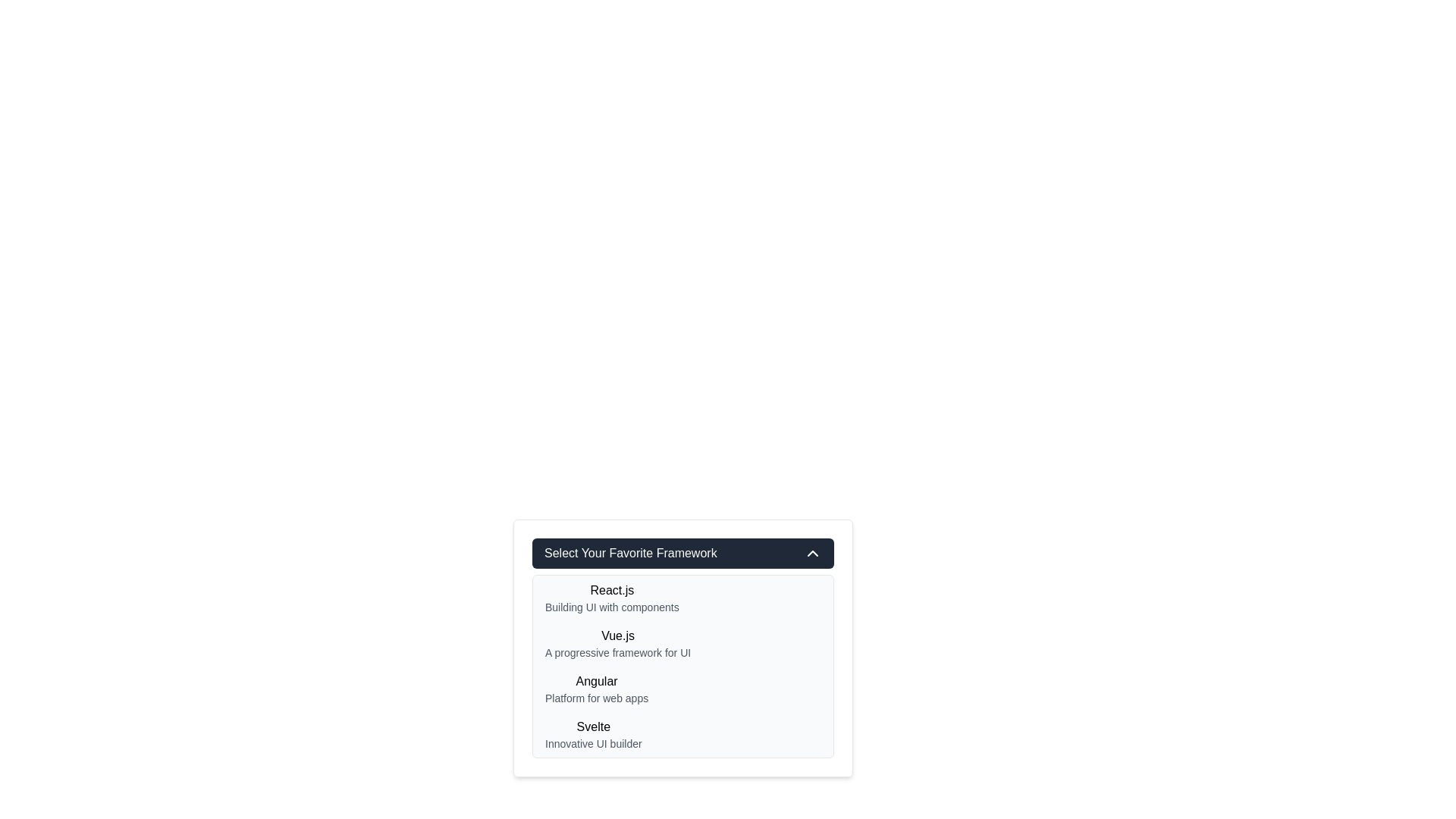  What do you see at coordinates (682, 733) in the screenshot?
I see `the fourth item in the vertical list labeled 'Svelte' which is in bold font and has a secondary line 'Innovative UI builder' in smaller light gray font` at bounding box center [682, 733].